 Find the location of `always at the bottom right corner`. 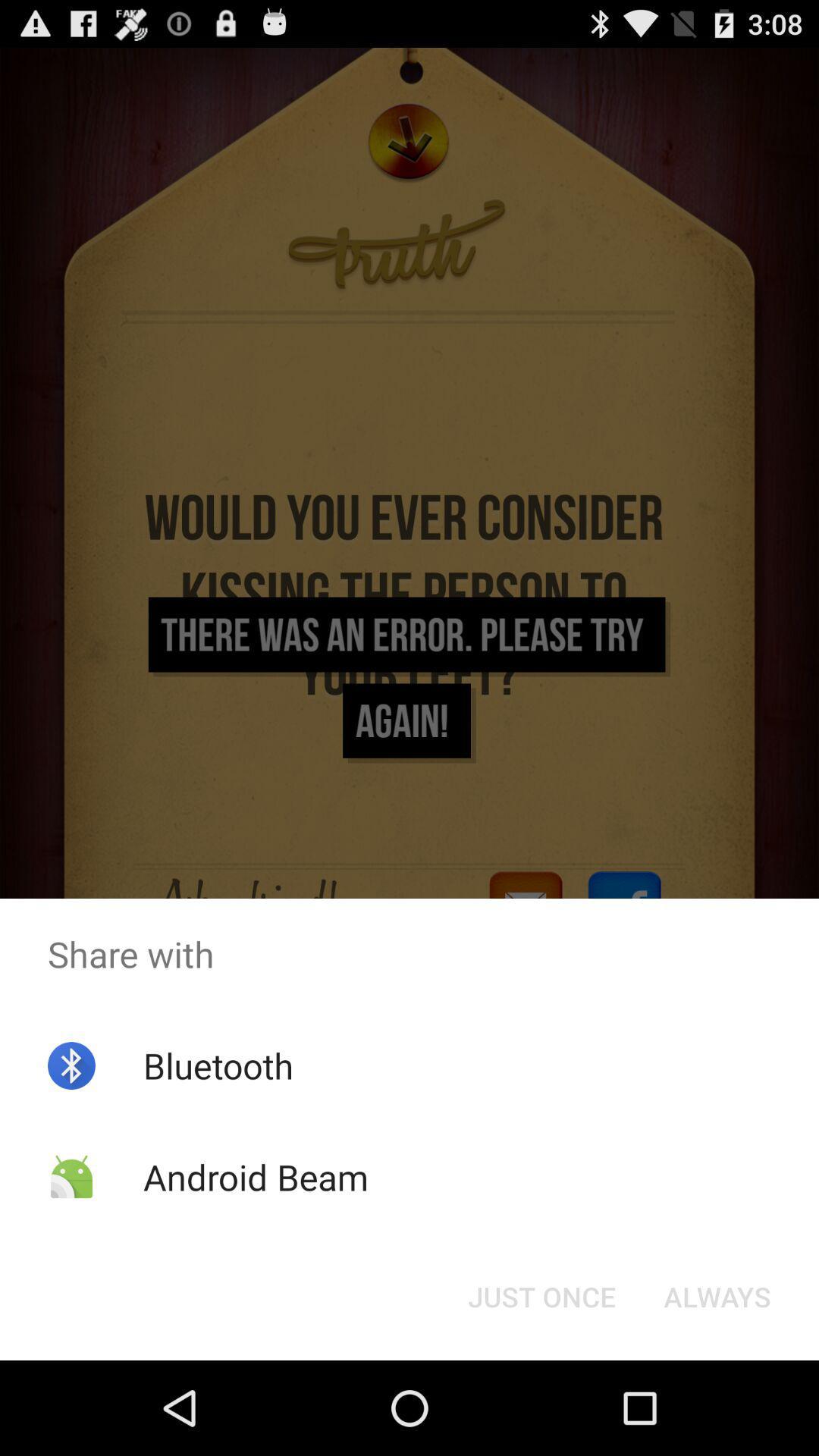

always at the bottom right corner is located at coordinates (717, 1295).